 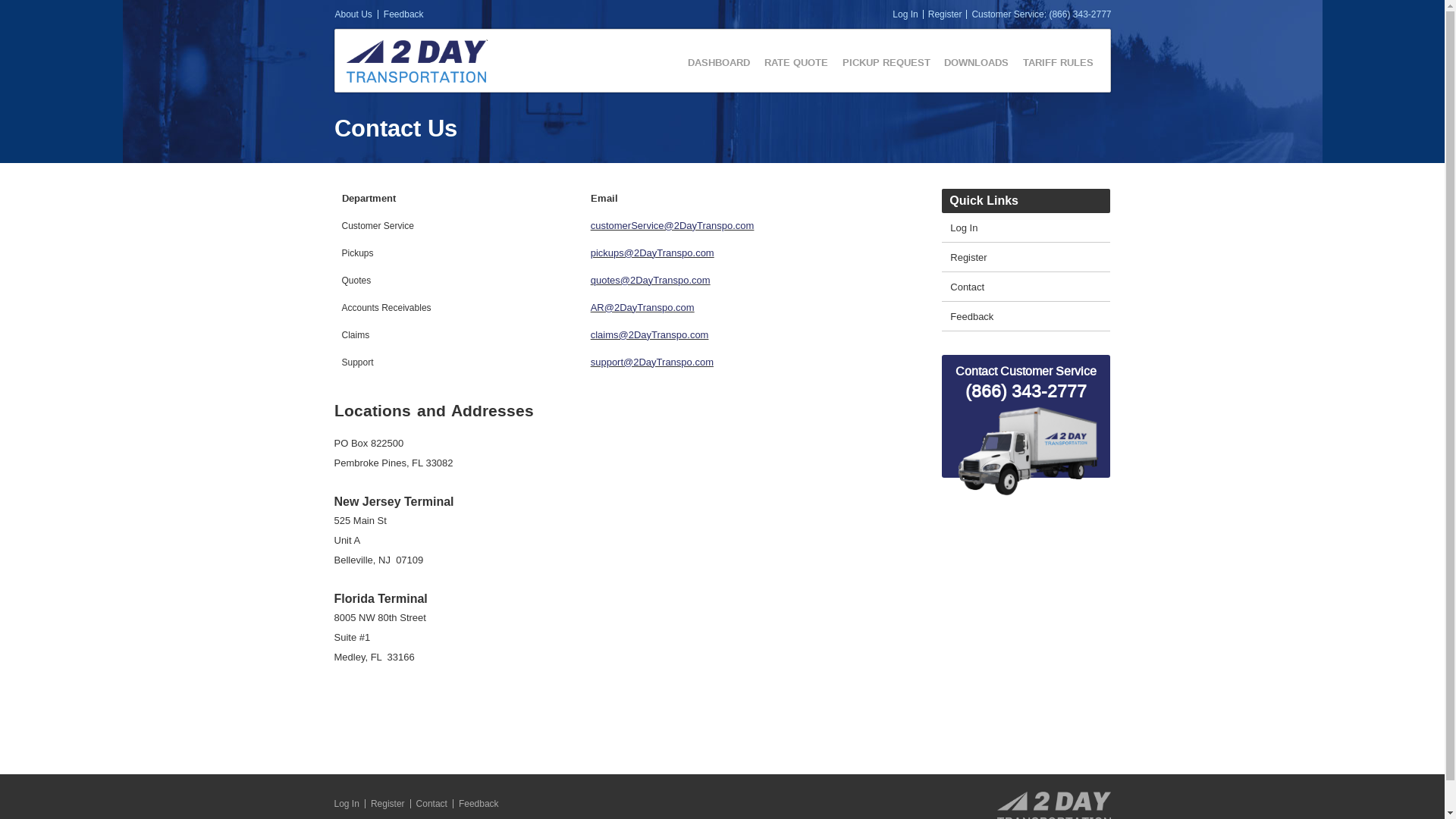 I want to click on 'pickups@2DayTranspo.com', so click(x=652, y=252).